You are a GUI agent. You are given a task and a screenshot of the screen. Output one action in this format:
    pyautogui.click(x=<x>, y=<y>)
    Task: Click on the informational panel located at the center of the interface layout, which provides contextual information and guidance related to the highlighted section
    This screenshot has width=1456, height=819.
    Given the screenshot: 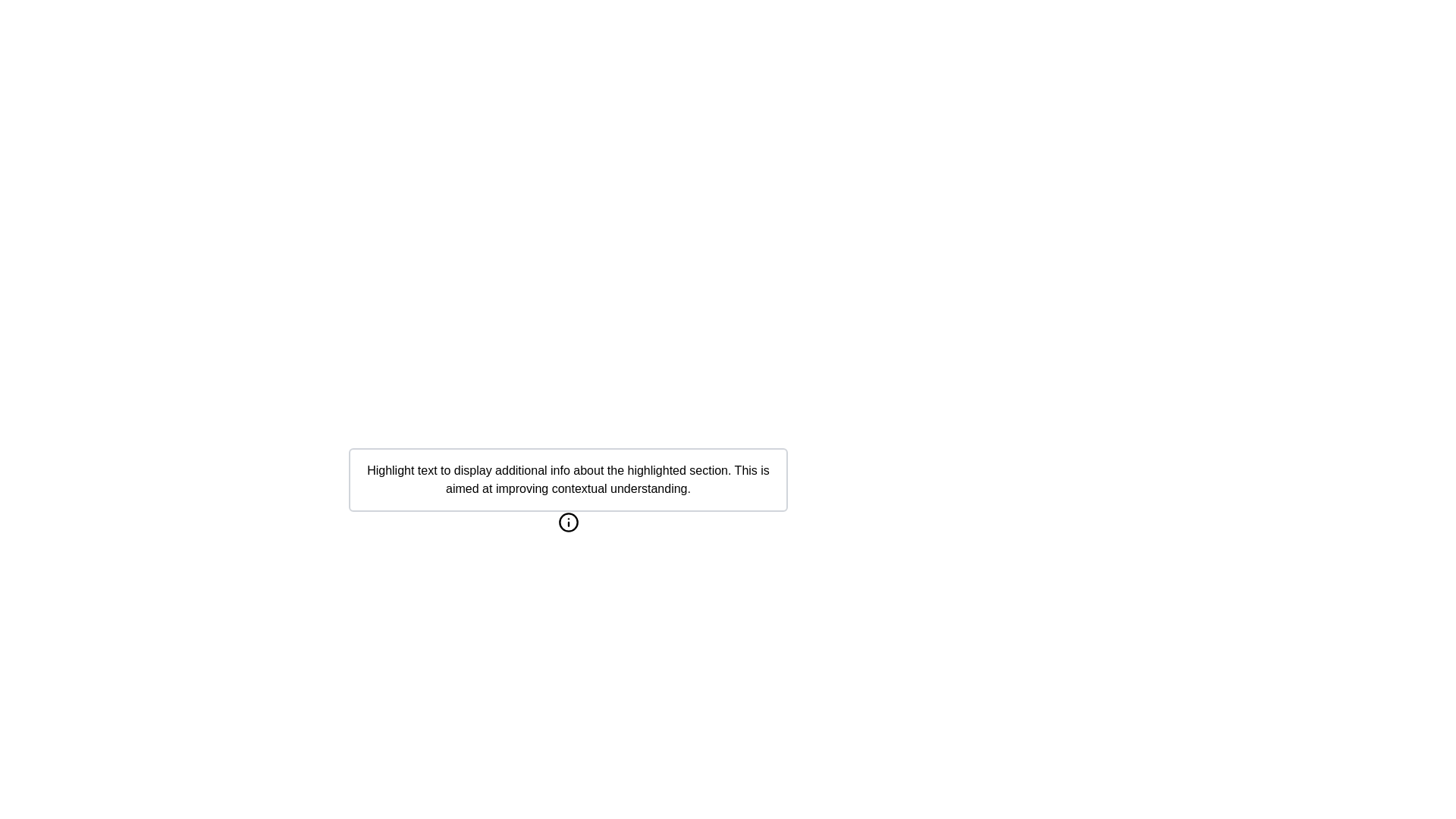 What is the action you would take?
    pyautogui.click(x=567, y=570)
    